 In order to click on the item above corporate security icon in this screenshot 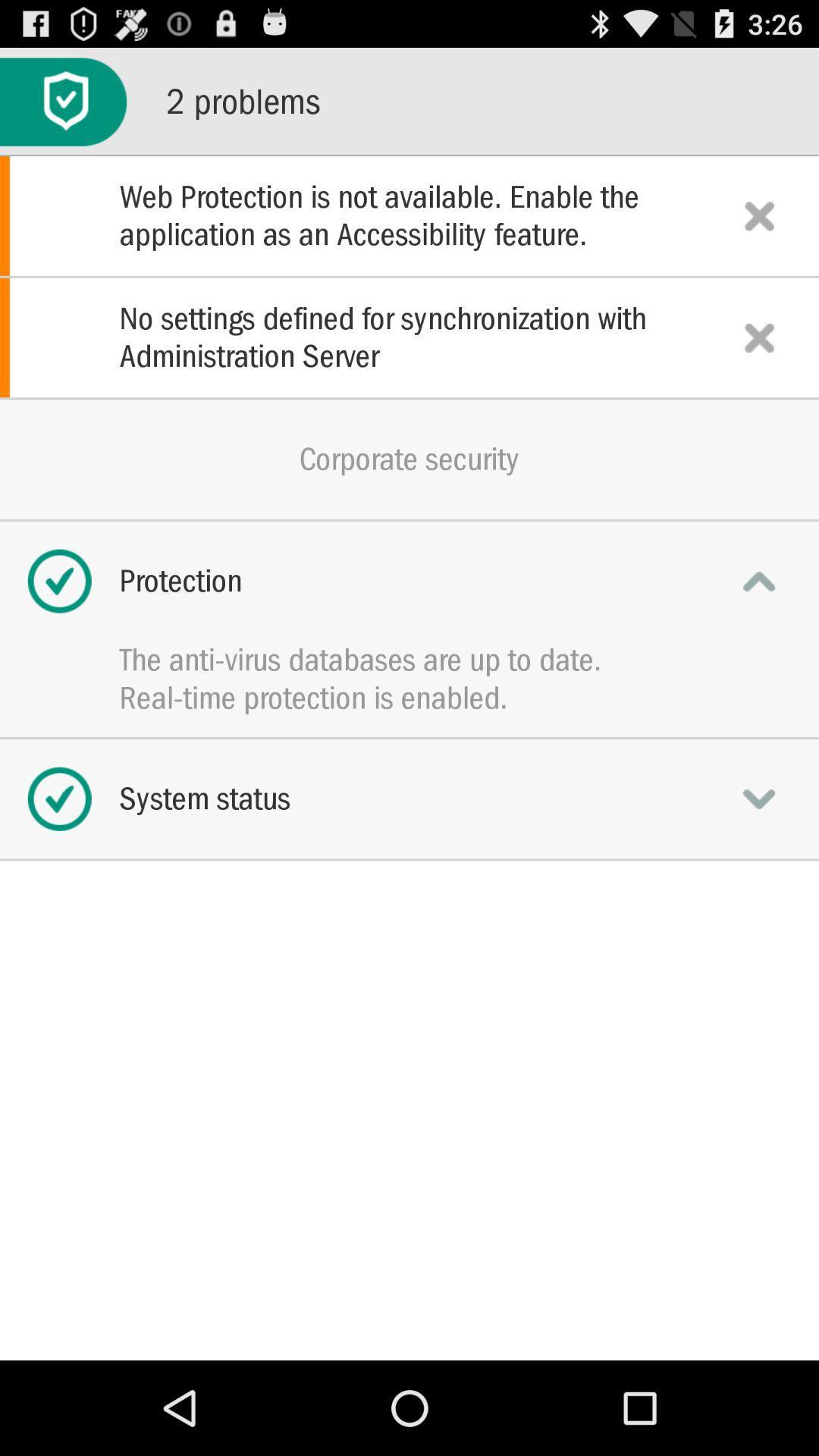, I will do `click(409, 337)`.